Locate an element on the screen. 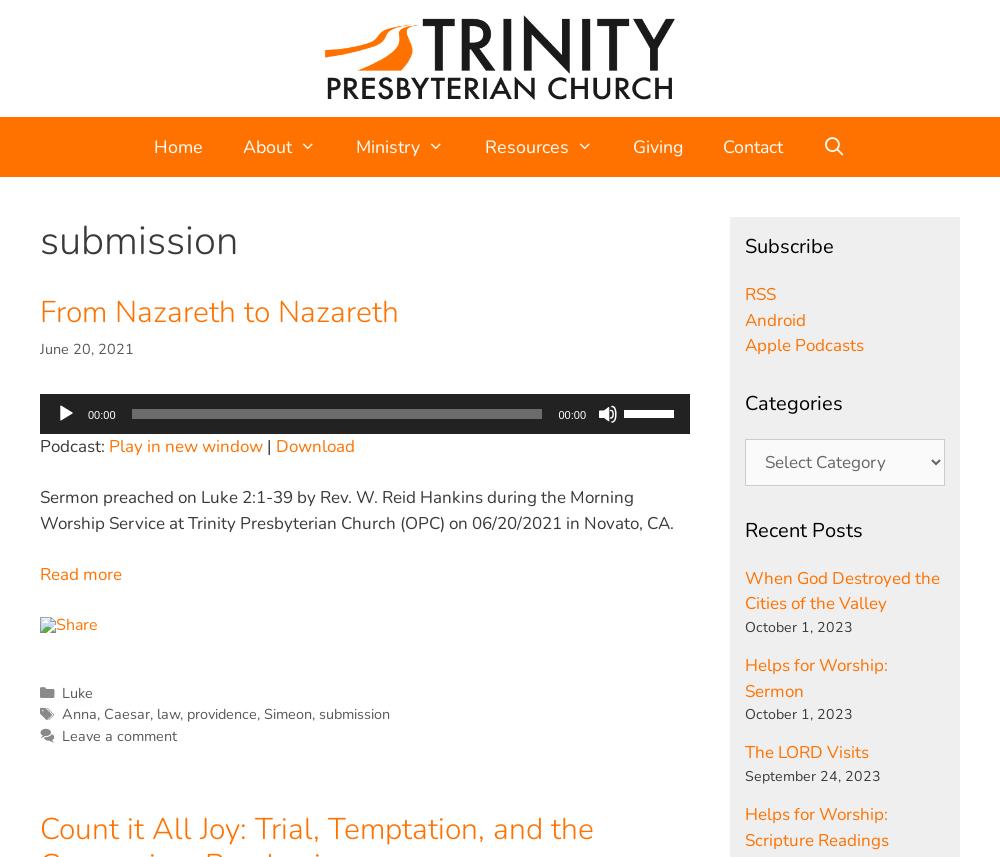  'Download' is located at coordinates (314, 445).